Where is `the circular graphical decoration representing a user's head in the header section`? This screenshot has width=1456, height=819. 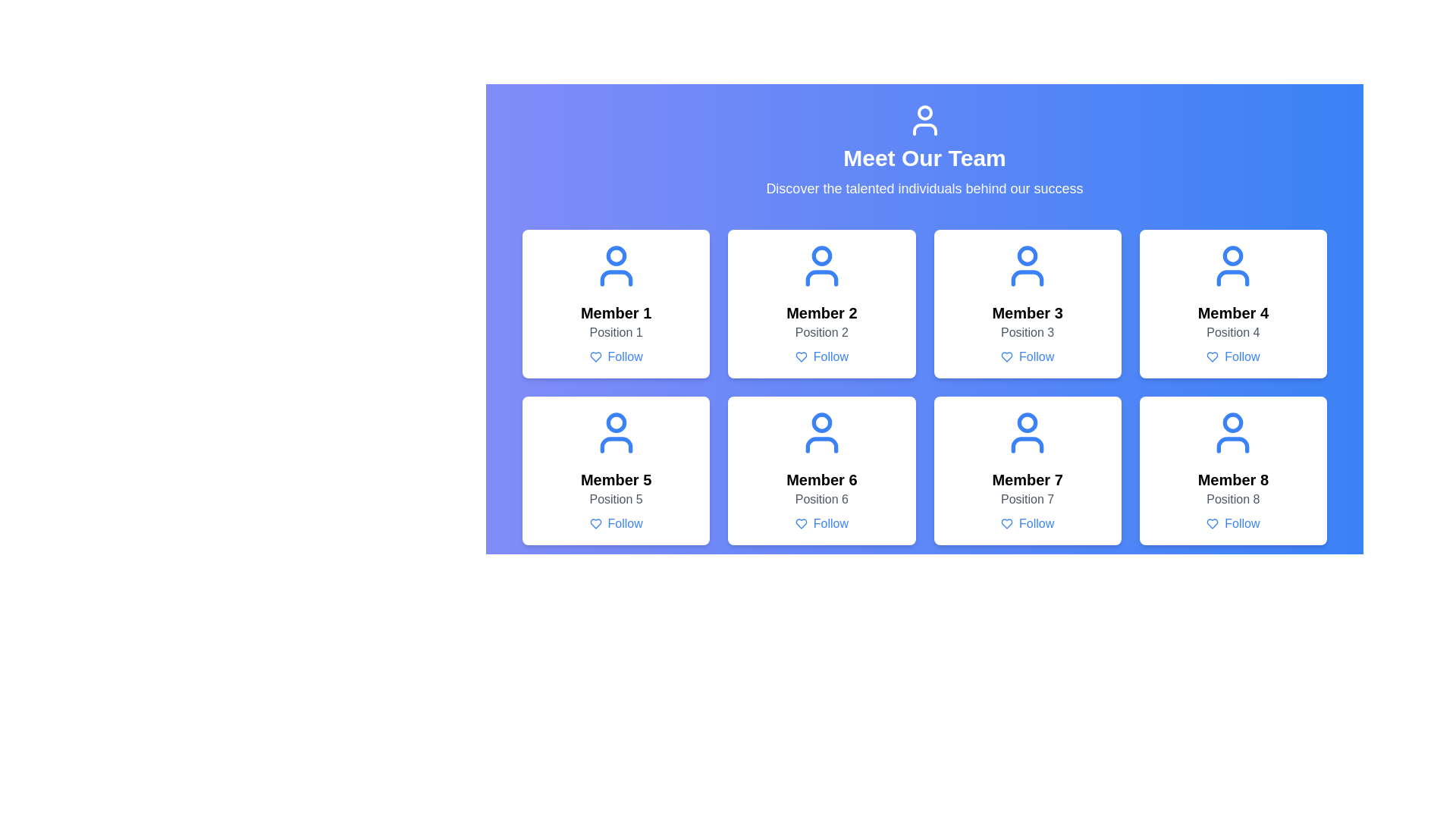 the circular graphical decoration representing a user's head in the header section is located at coordinates (924, 112).